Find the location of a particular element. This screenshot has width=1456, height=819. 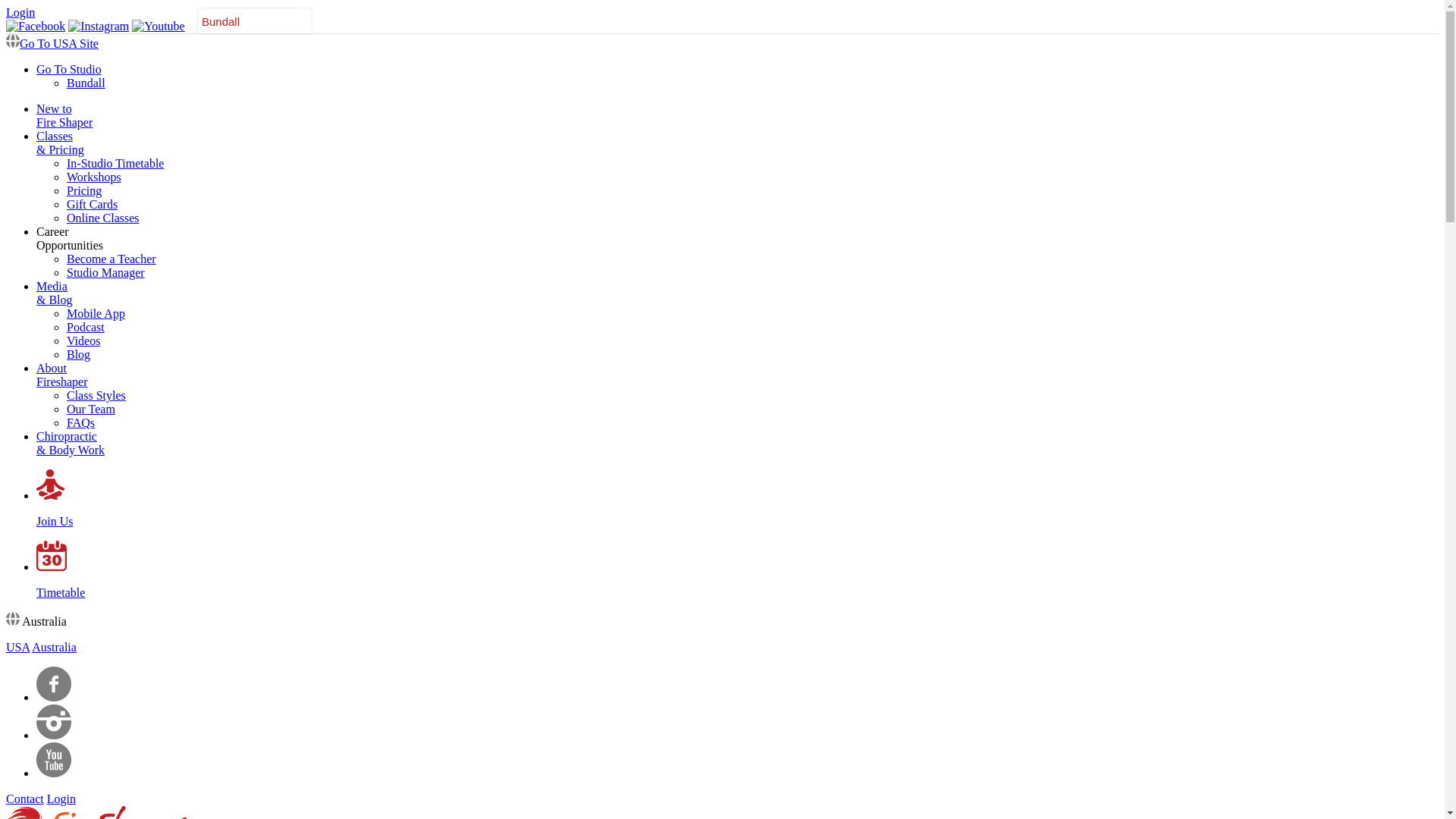

'USA' is located at coordinates (17, 647).